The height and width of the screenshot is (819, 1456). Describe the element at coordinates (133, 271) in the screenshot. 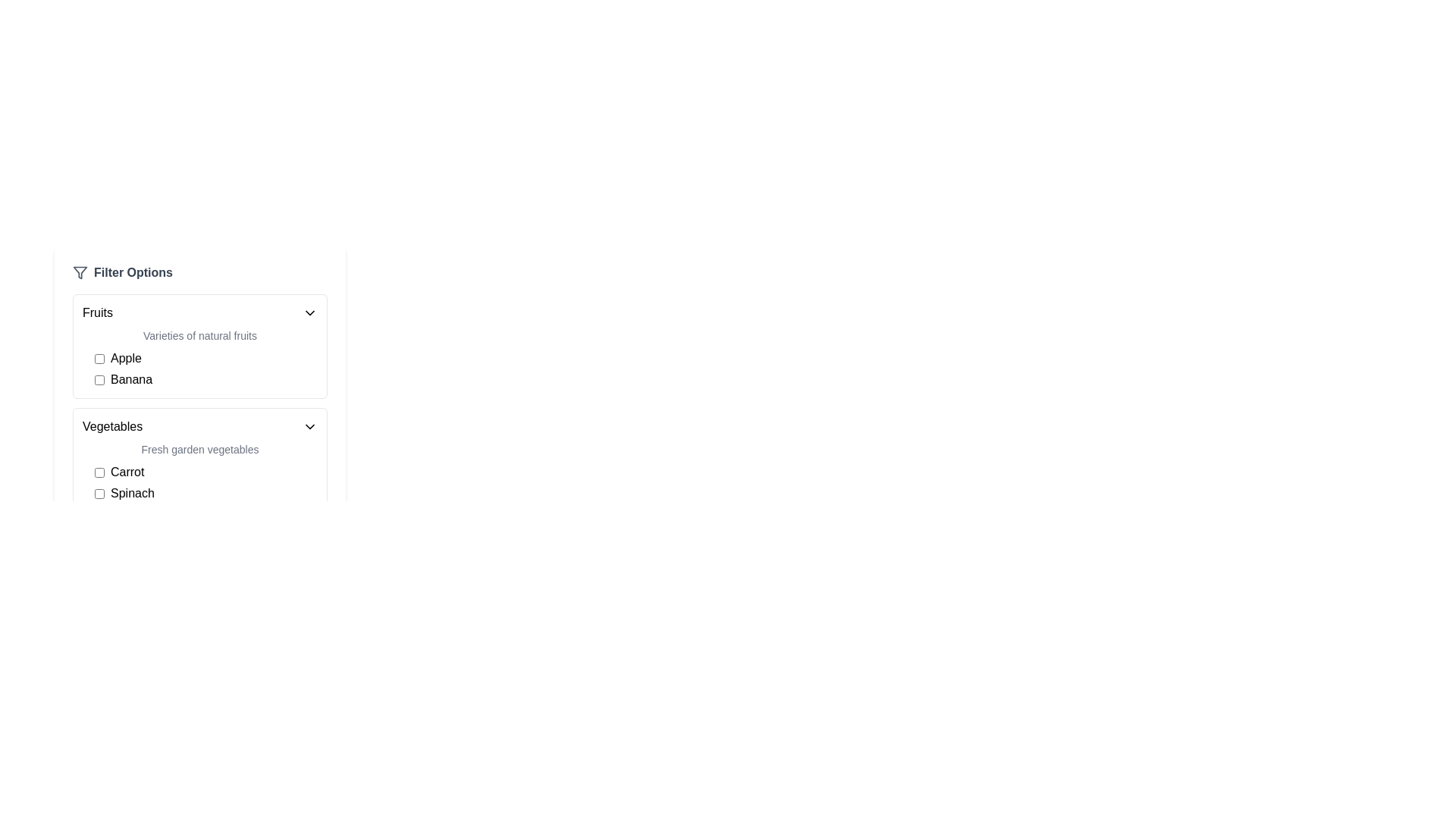

I see `the Text Label that indicates a category for filtering options, positioned at the top-left corner of the interface above the 'Fruits' section` at that location.